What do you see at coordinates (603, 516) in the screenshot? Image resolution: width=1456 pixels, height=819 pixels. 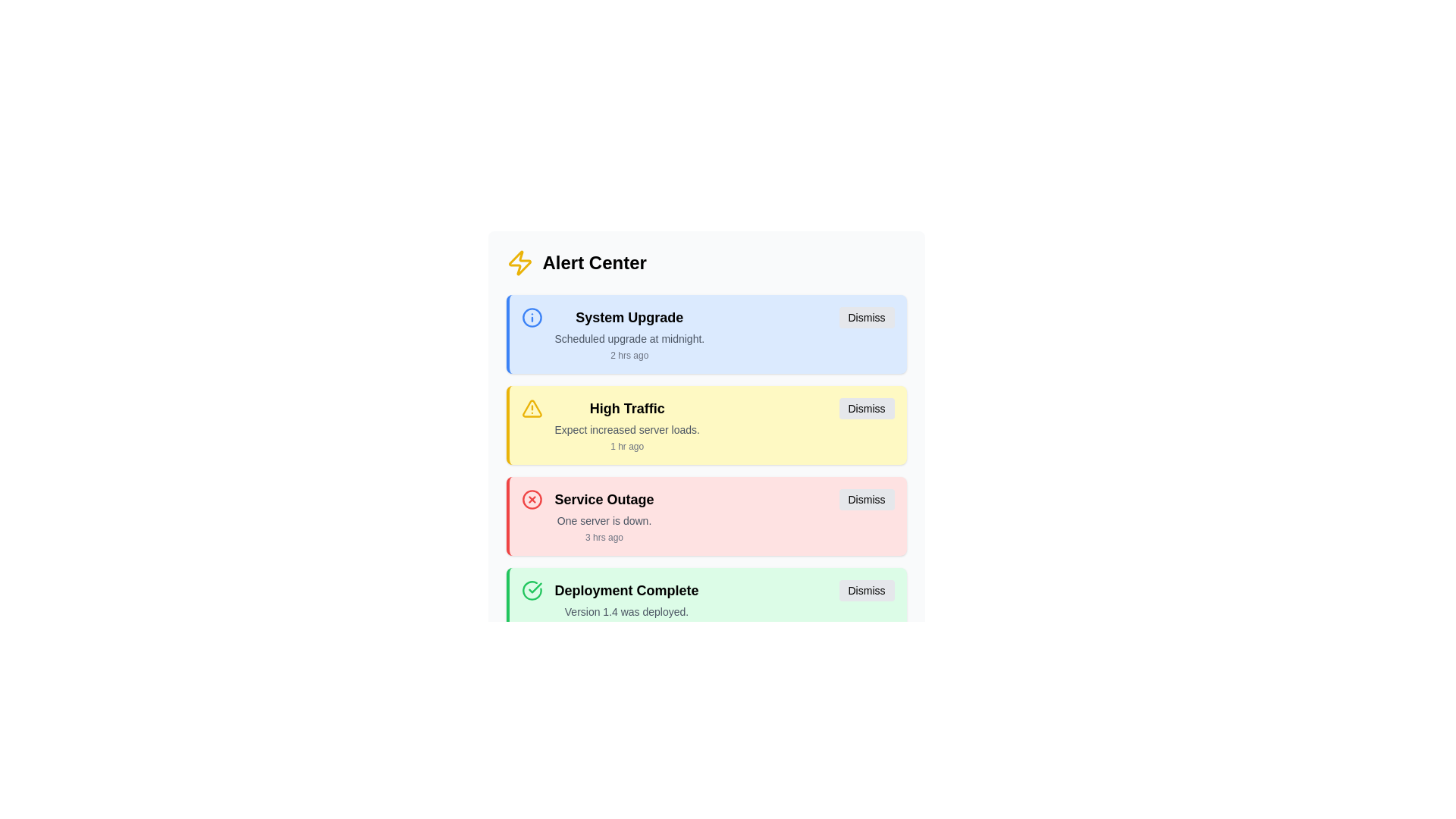 I see `text content of the multi-line notification message in the alert notification with a bold header 'Service Outage' and descriptive text 'One server is down.'` at bounding box center [603, 516].